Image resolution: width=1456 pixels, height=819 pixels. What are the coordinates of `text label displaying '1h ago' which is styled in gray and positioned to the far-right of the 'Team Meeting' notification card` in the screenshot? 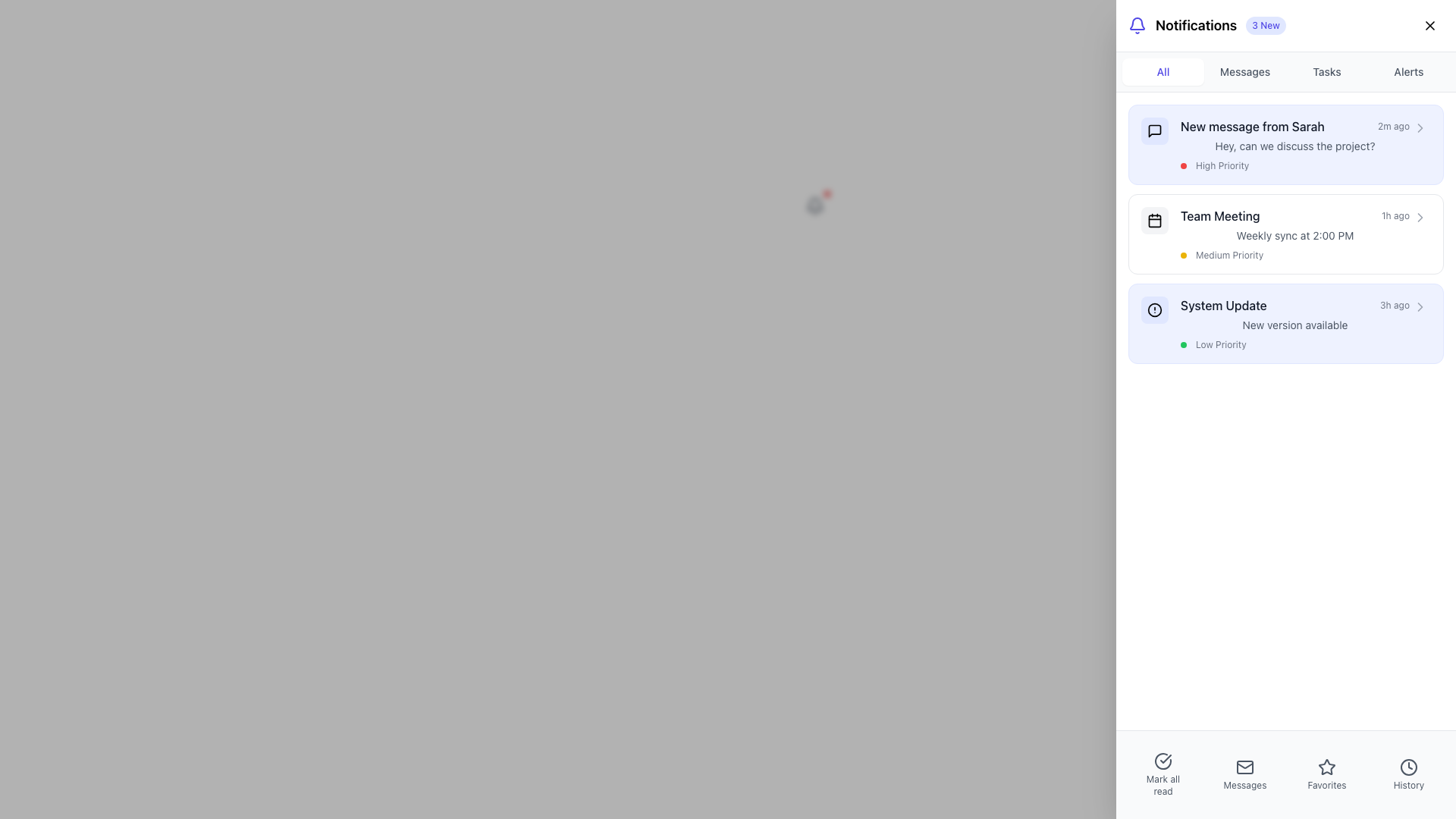 It's located at (1395, 216).